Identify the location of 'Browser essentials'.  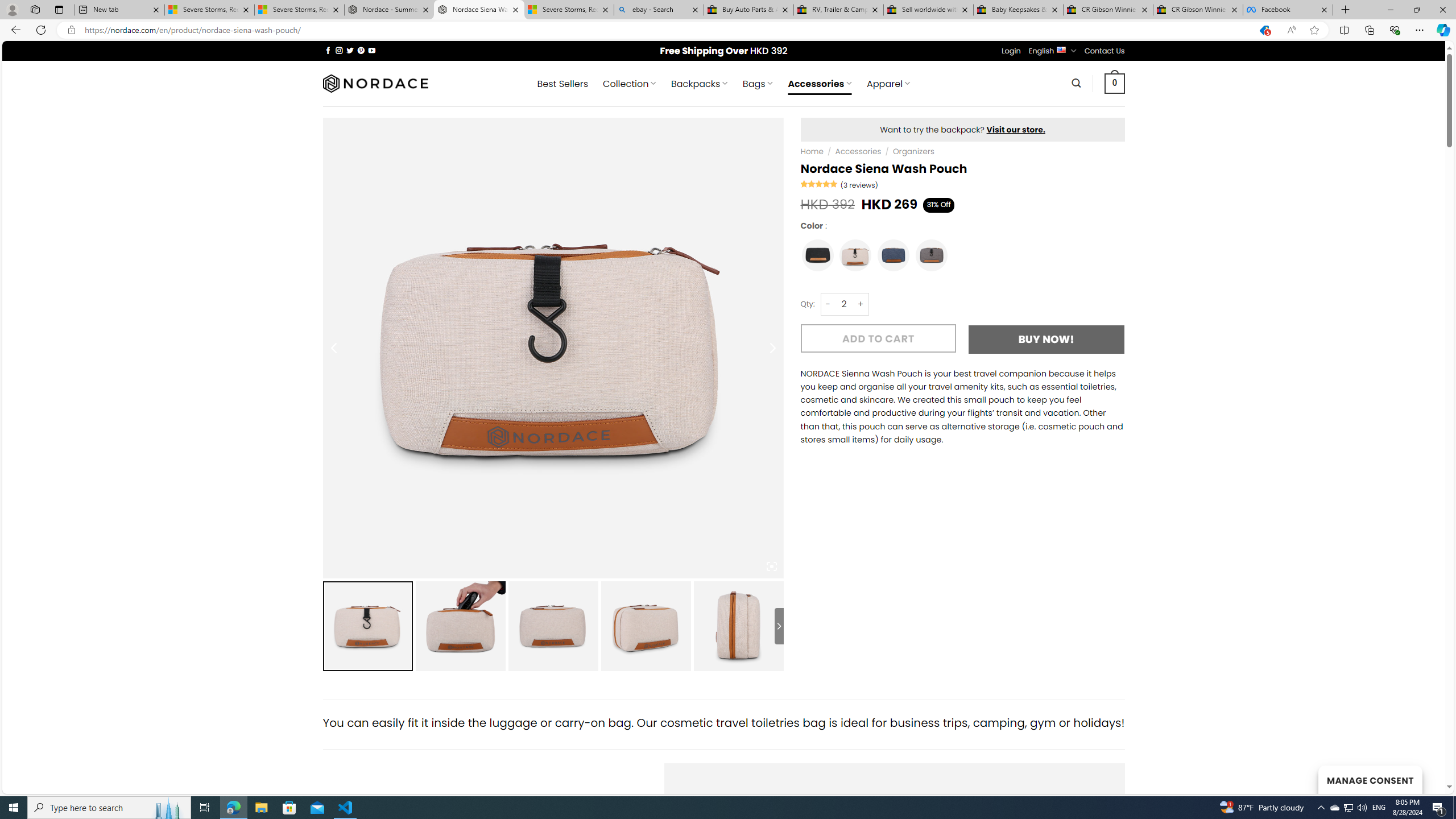
(1394, 29).